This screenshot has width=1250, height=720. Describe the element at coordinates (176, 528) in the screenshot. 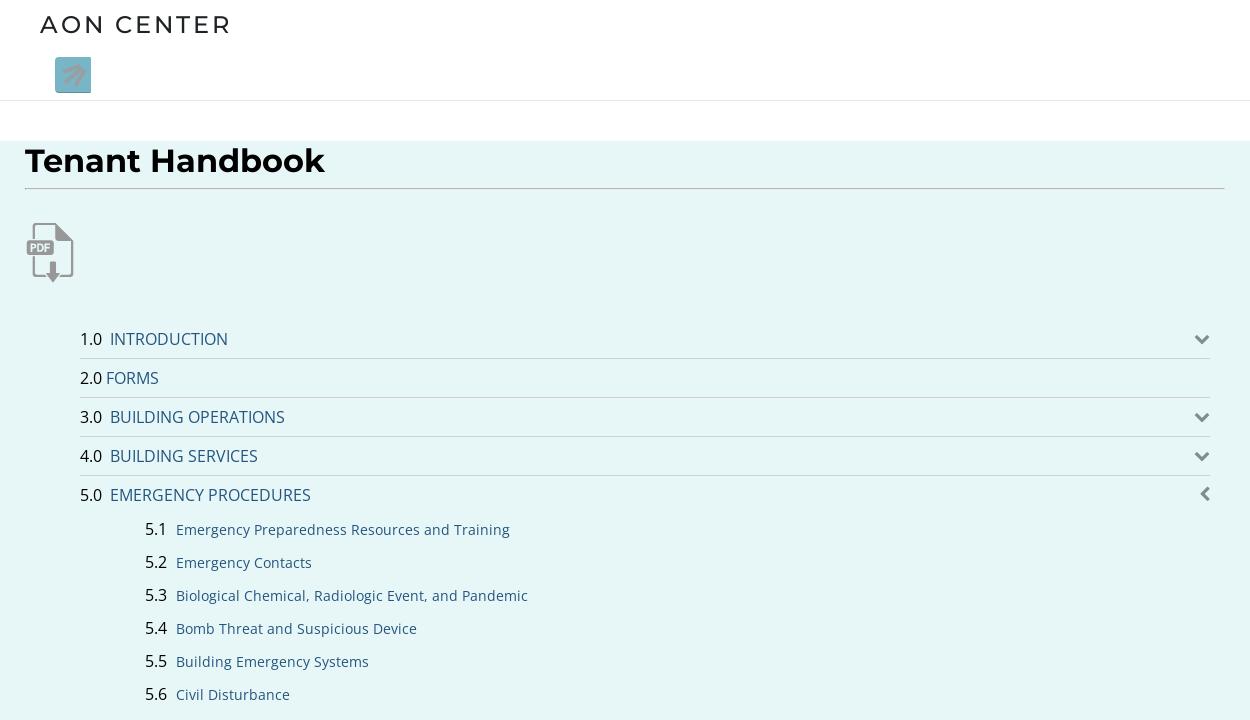

I see `'Emergency Preparedness Resources and Training'` at that location.